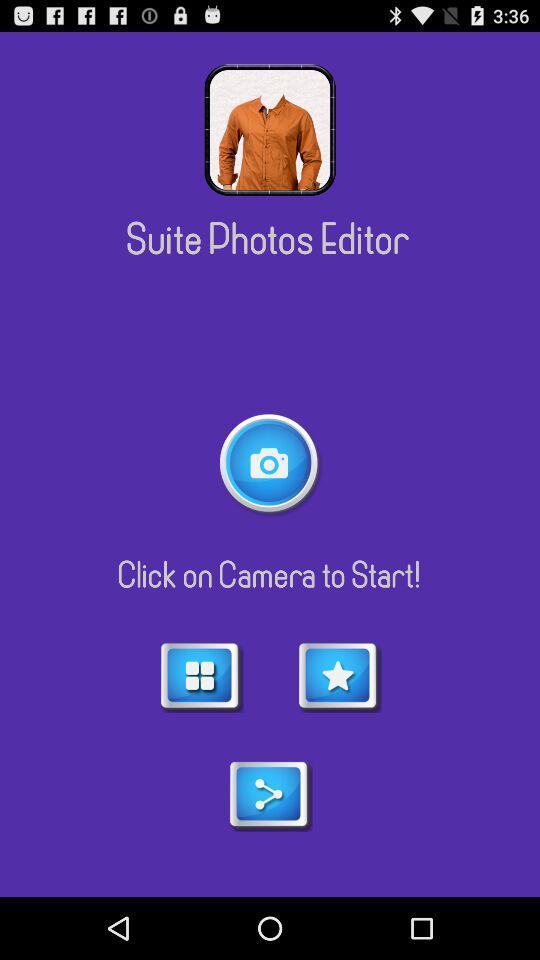 This screenshot has height=960, width=540. What do you see at coordinates (270, 464) in the screenshot?
I see `take picture button` at bounding box center [270, 464].